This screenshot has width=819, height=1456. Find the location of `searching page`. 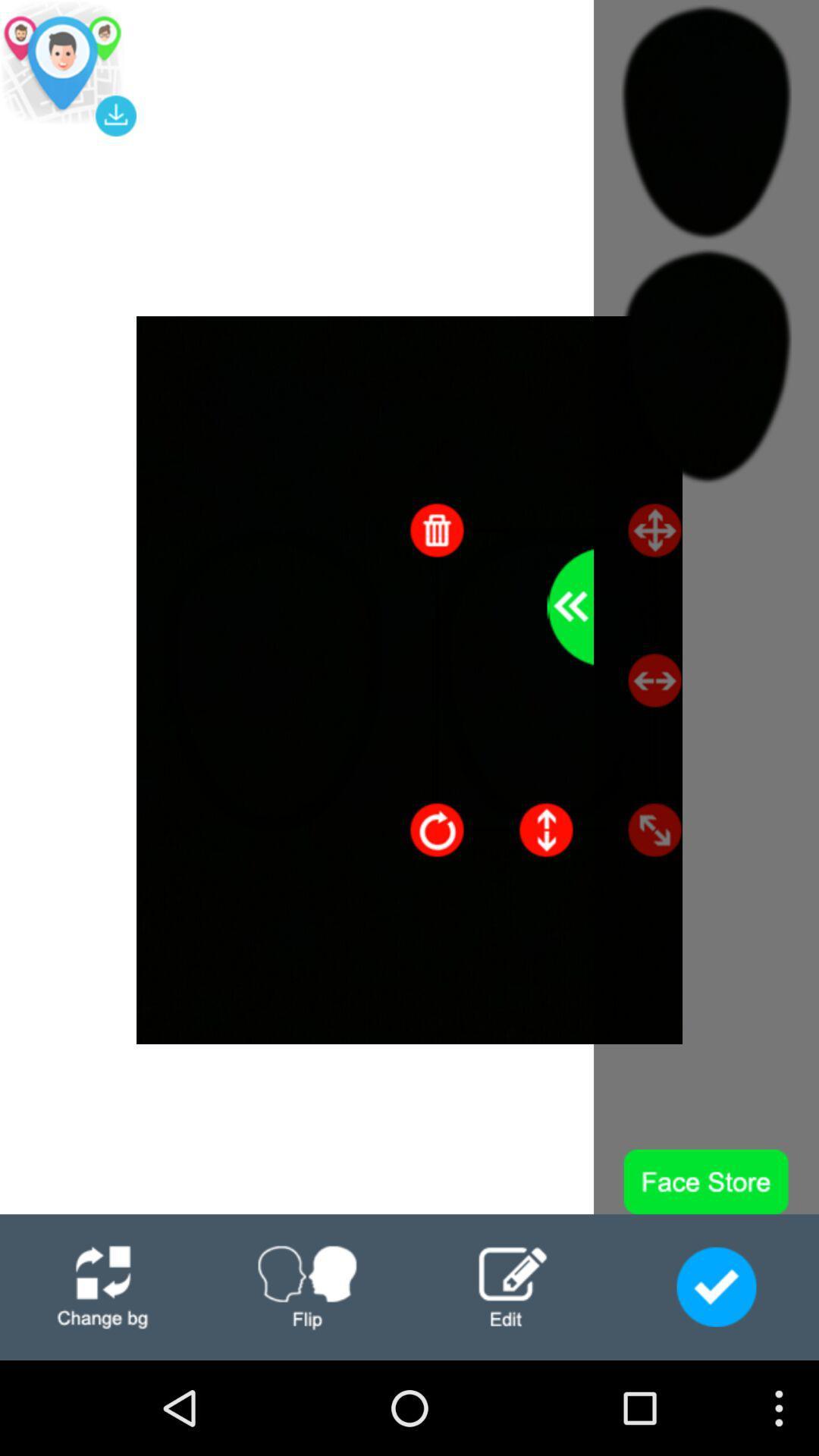

searching page is located at coordinates (67, 67).